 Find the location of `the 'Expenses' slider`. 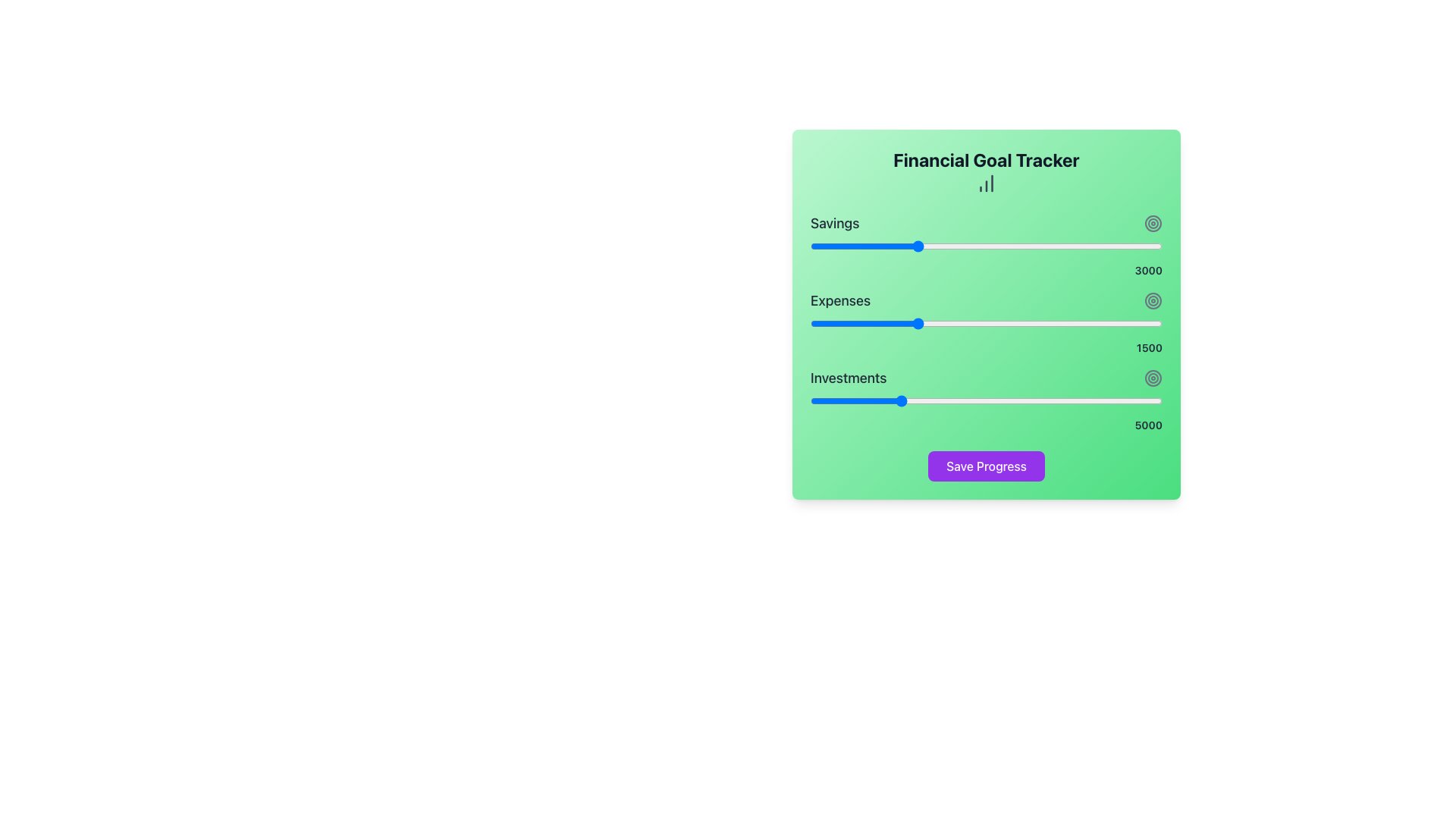

the 'Expenses' slider is located at coordinates (986, 323).